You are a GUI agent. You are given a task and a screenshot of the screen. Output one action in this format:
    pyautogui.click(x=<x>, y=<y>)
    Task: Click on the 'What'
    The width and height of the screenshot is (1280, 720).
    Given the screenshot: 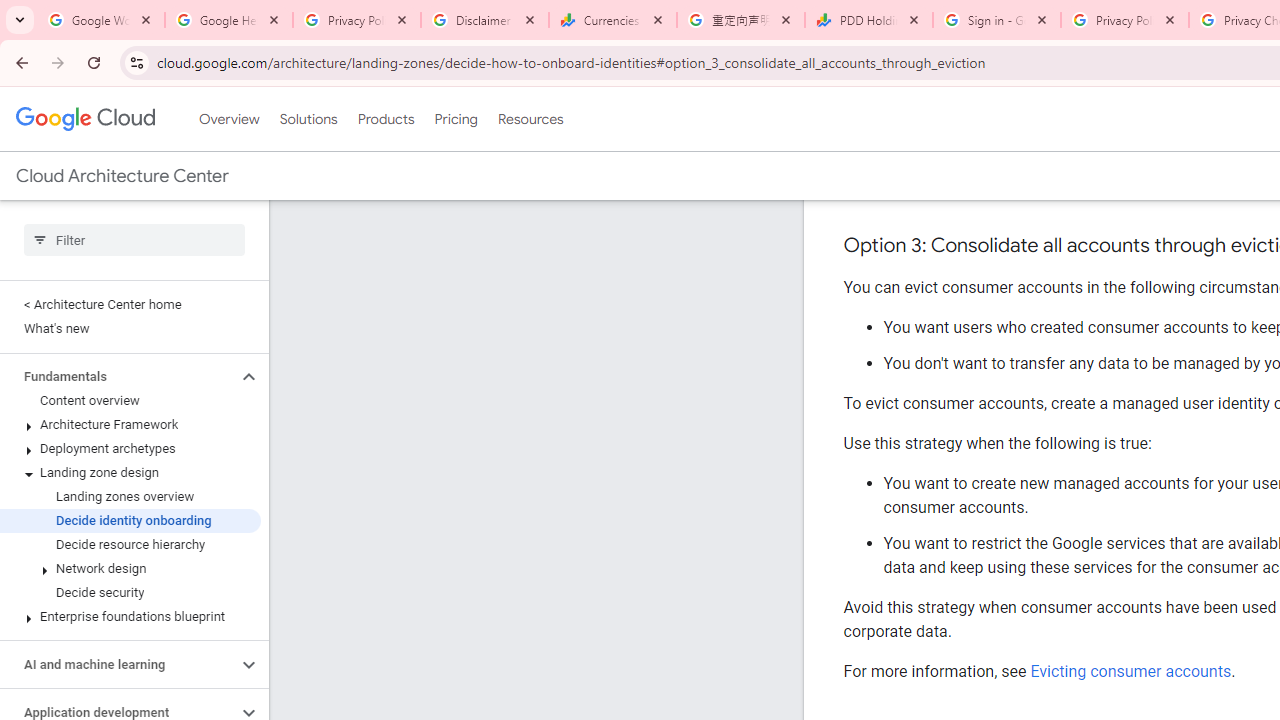 What is the action you would take?
    pyautogui.click(x=129, y=328)
    